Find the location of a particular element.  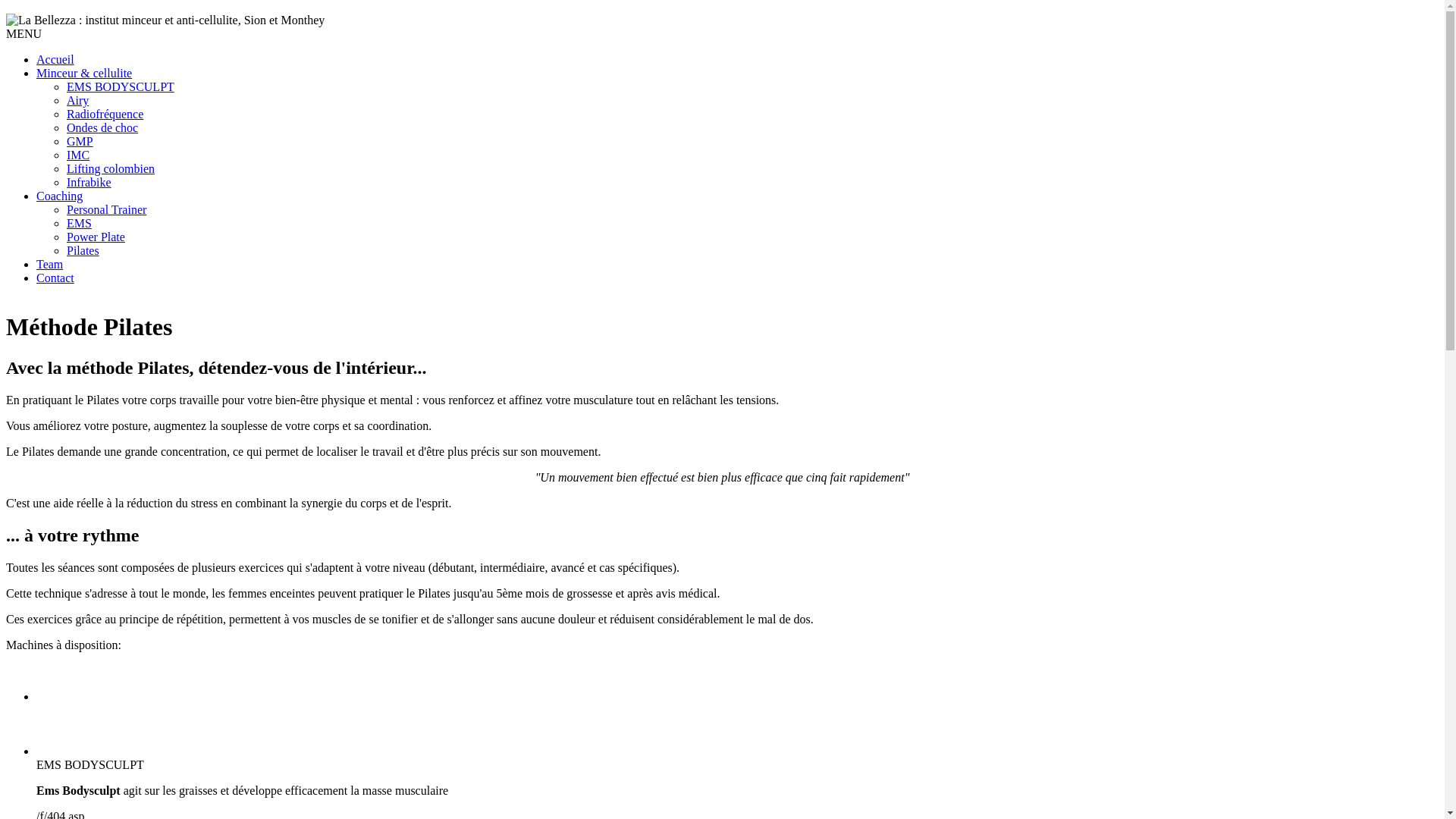

'Personal Trainer' is located at coordinates (105, 209).